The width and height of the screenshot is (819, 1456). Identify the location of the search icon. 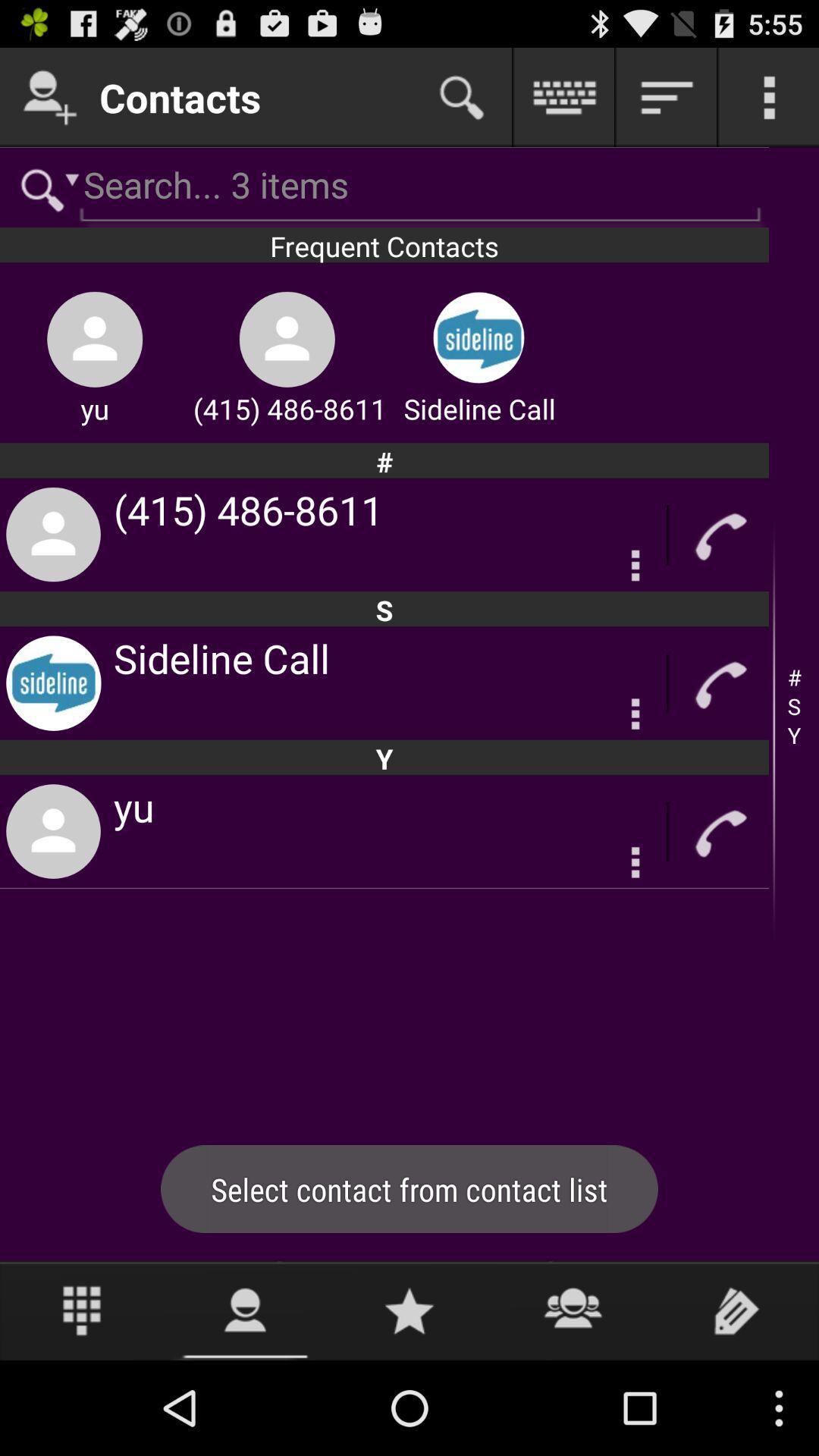
(461, 103).